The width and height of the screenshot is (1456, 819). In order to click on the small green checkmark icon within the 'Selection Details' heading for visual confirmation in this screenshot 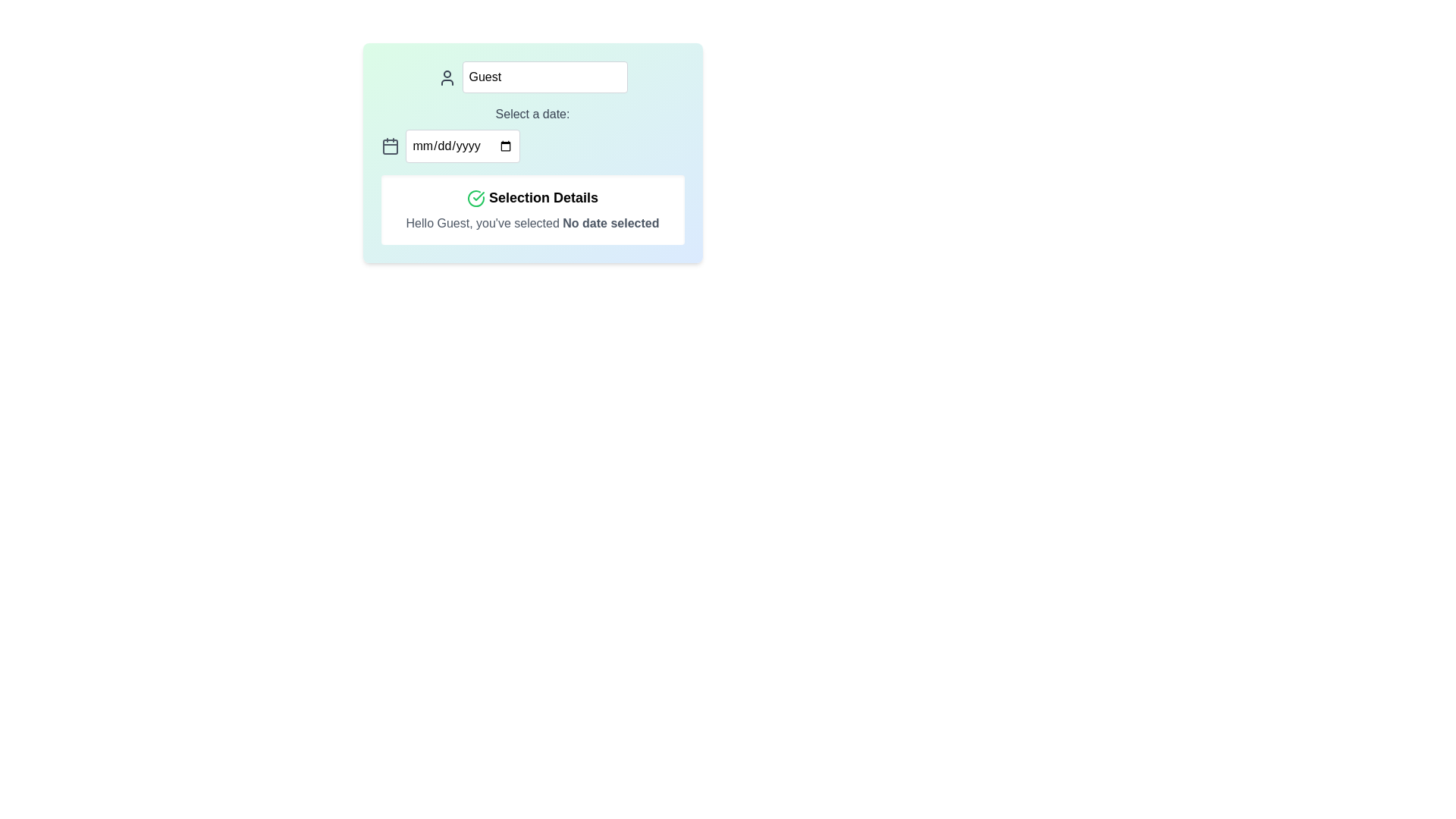, I will do `click(478, 196)`.